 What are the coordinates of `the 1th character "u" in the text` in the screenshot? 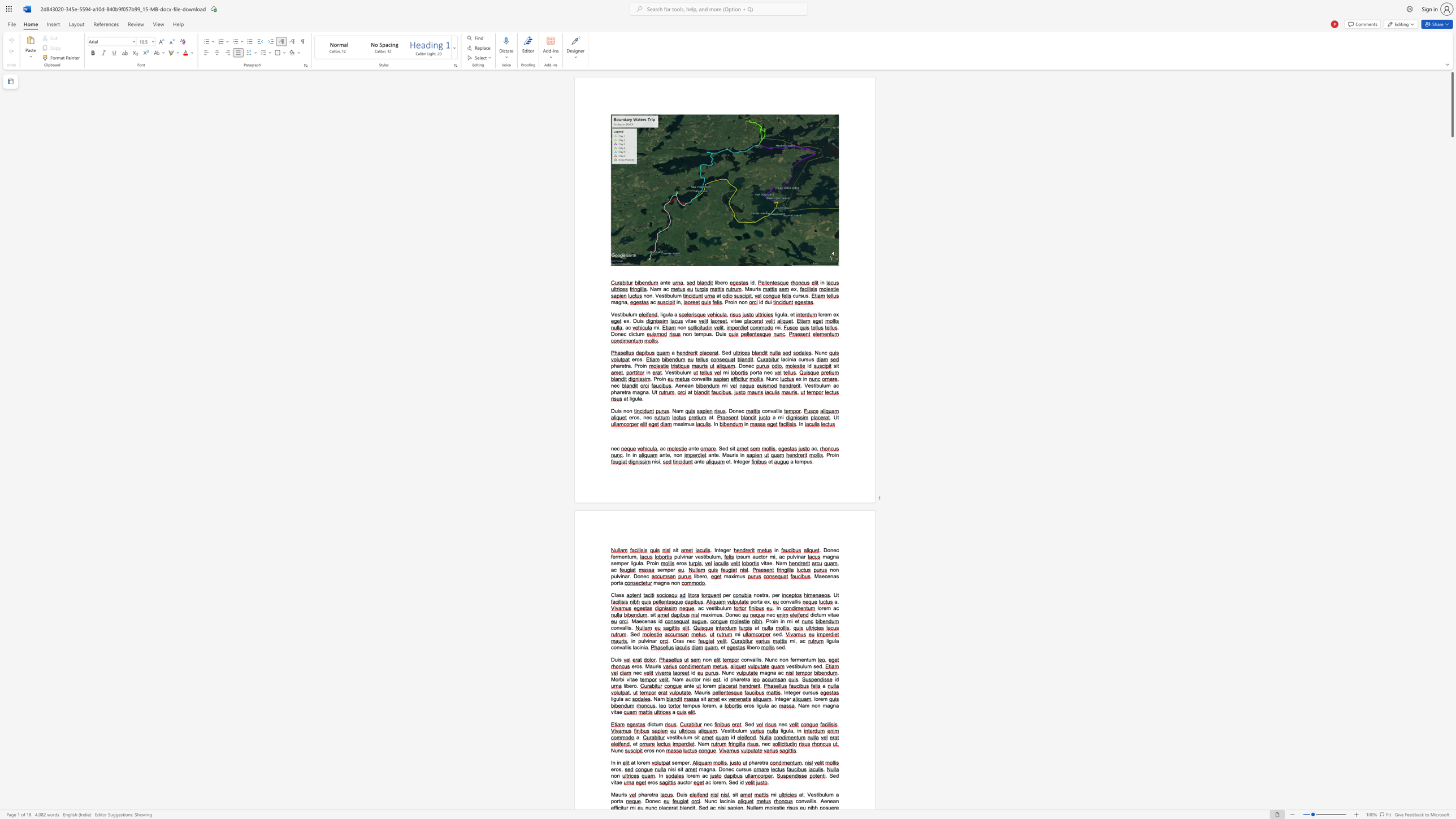 It's located at (682, 738).